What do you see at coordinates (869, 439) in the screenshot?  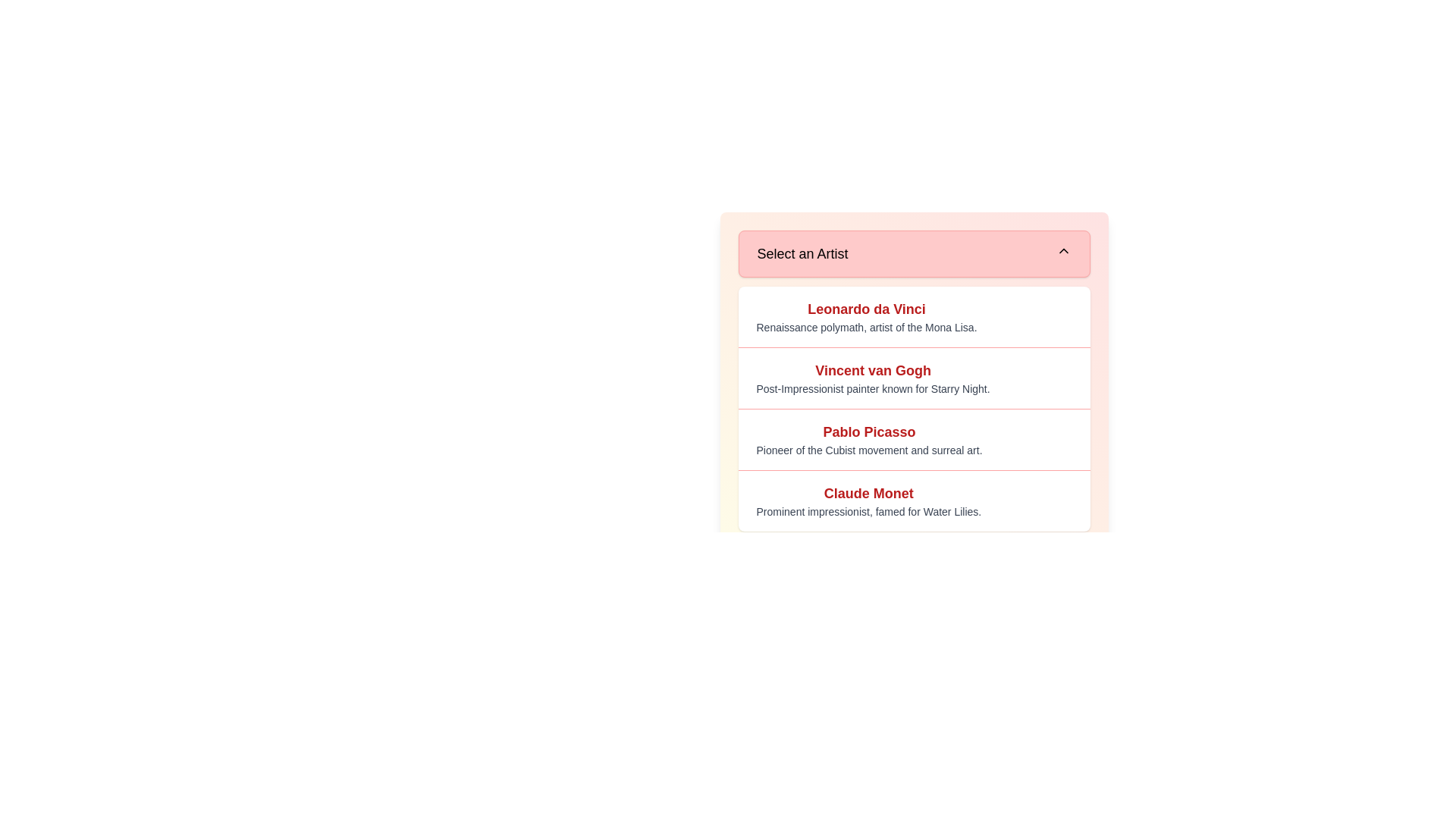 I see `the List item displaying 'Pablo Picasso', which is the third item in the dropdown list titled 'Select an Artist'` at bounding box center [869, 439].